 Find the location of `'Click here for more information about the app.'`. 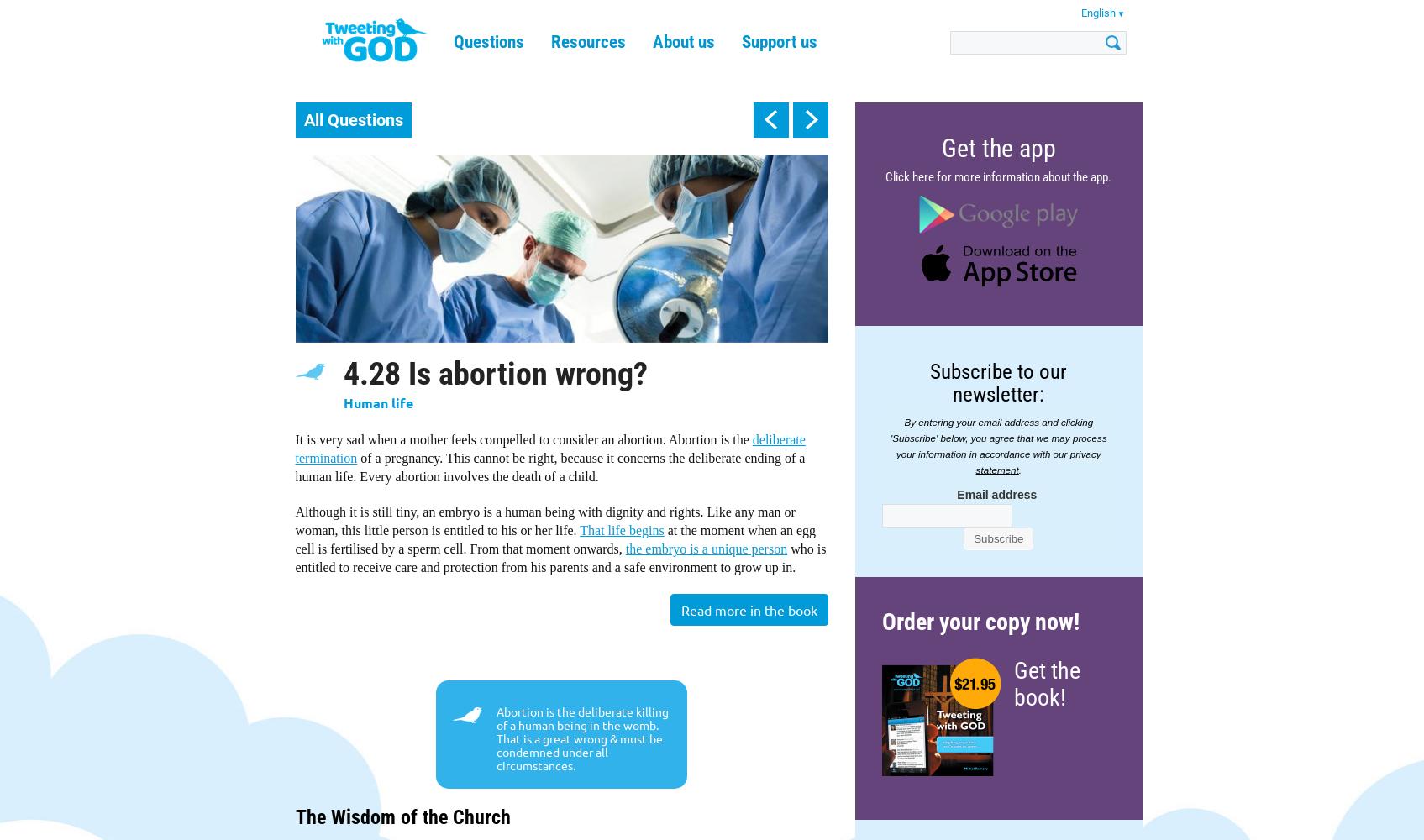

'Click here for more information about the app.' is located at coordinates (998, 176).